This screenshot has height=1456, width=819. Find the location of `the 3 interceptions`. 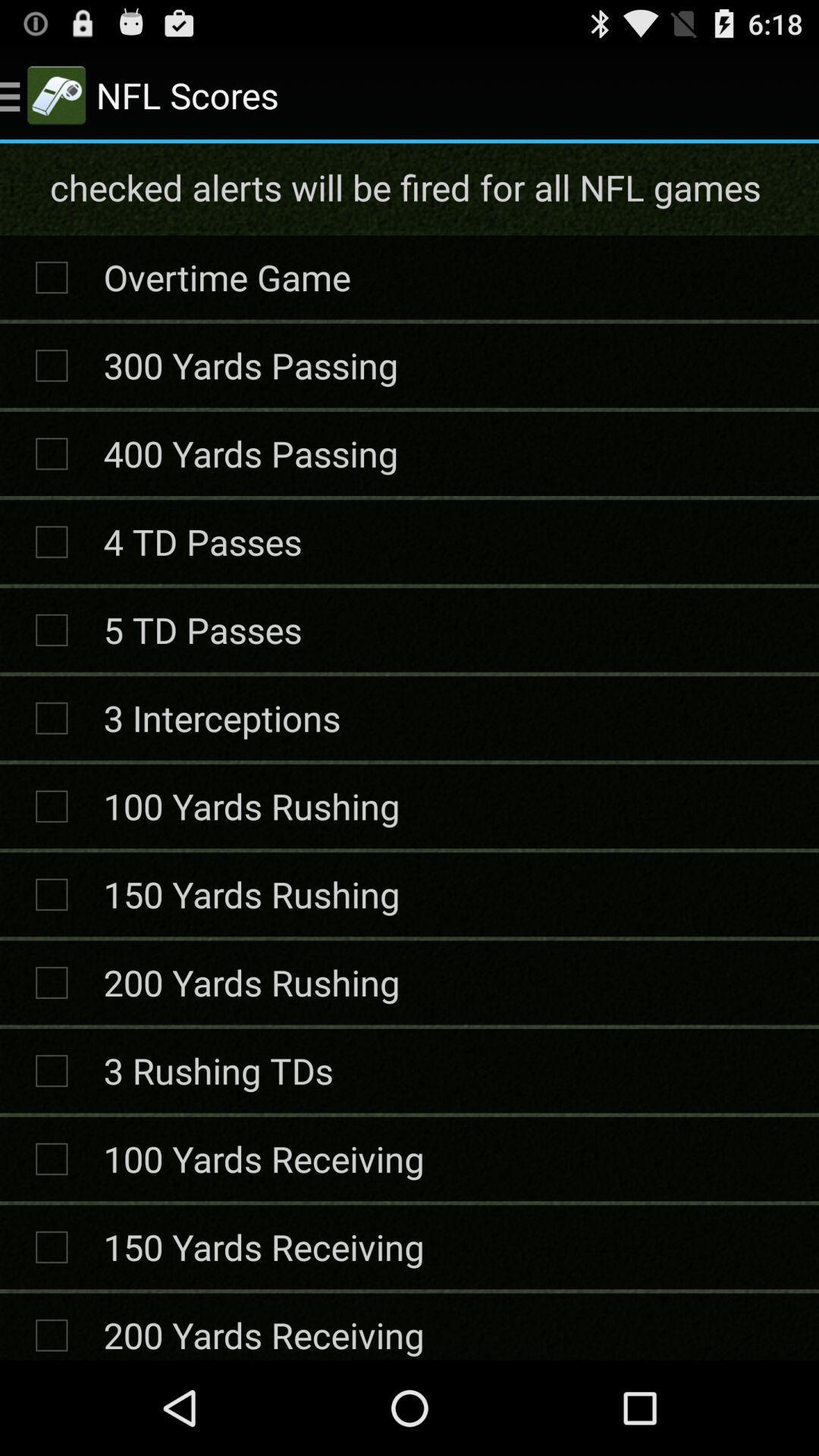

the 3 interceptions is located at coordinates (221, 717).